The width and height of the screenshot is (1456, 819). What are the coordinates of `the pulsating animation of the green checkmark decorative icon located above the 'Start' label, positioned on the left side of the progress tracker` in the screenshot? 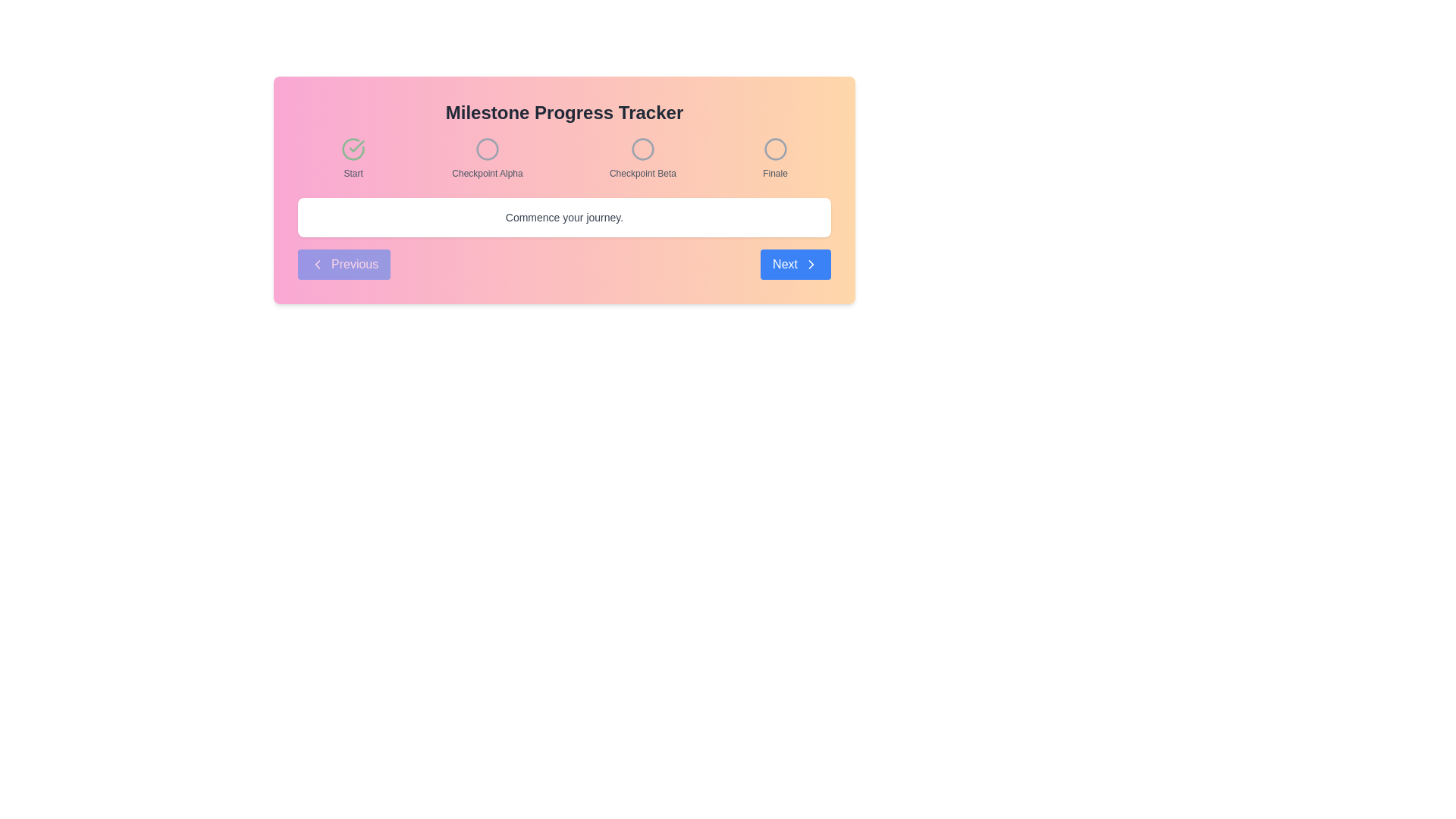 It's located at (353, 158).